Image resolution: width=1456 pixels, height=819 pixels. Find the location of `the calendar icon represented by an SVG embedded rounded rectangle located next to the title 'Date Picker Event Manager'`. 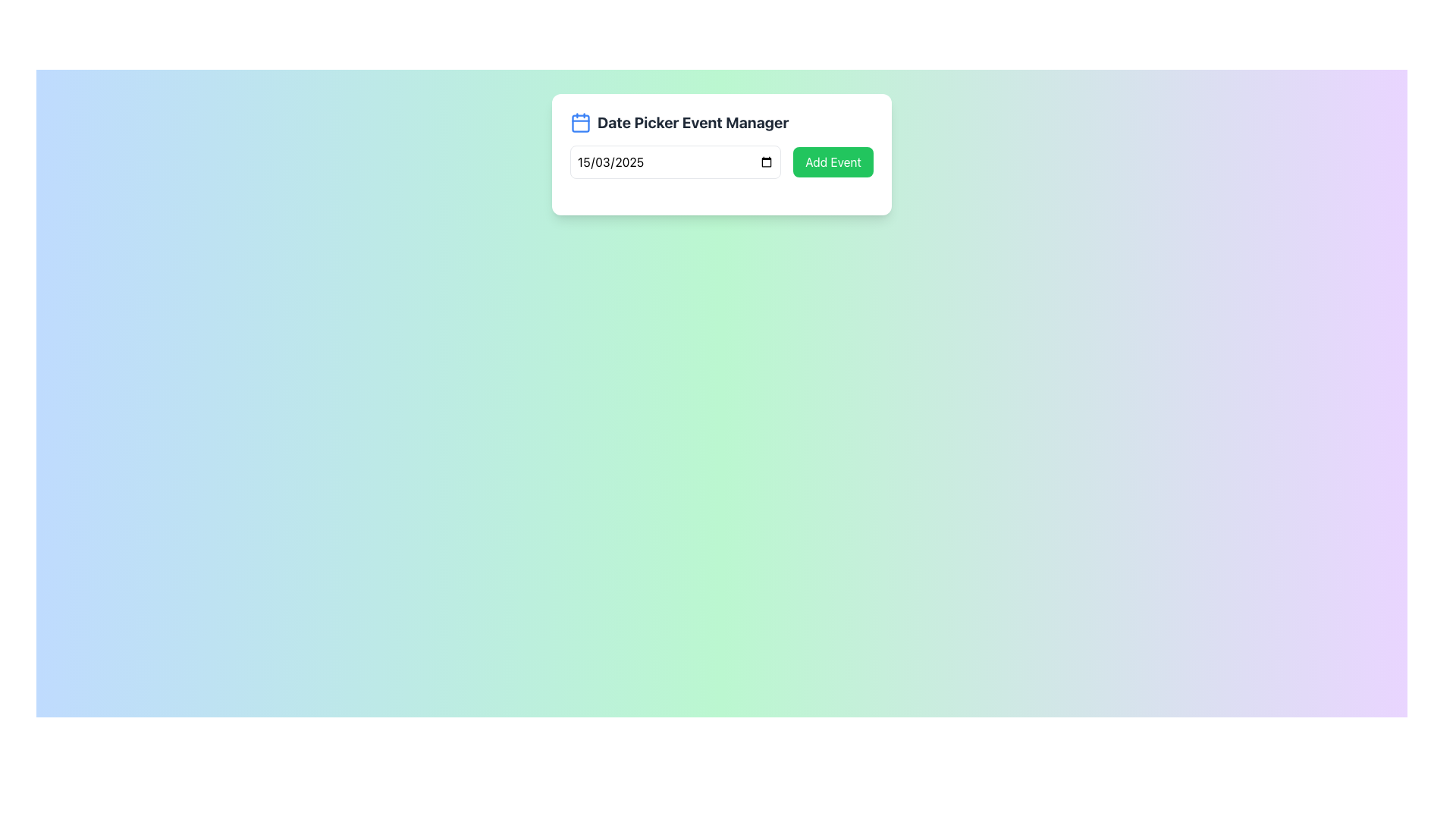

the calendar icon represented by an SVG embedded rounded rectangle located next to the title 'Date Picker Event Manager' is located at coordinates (580, 122).